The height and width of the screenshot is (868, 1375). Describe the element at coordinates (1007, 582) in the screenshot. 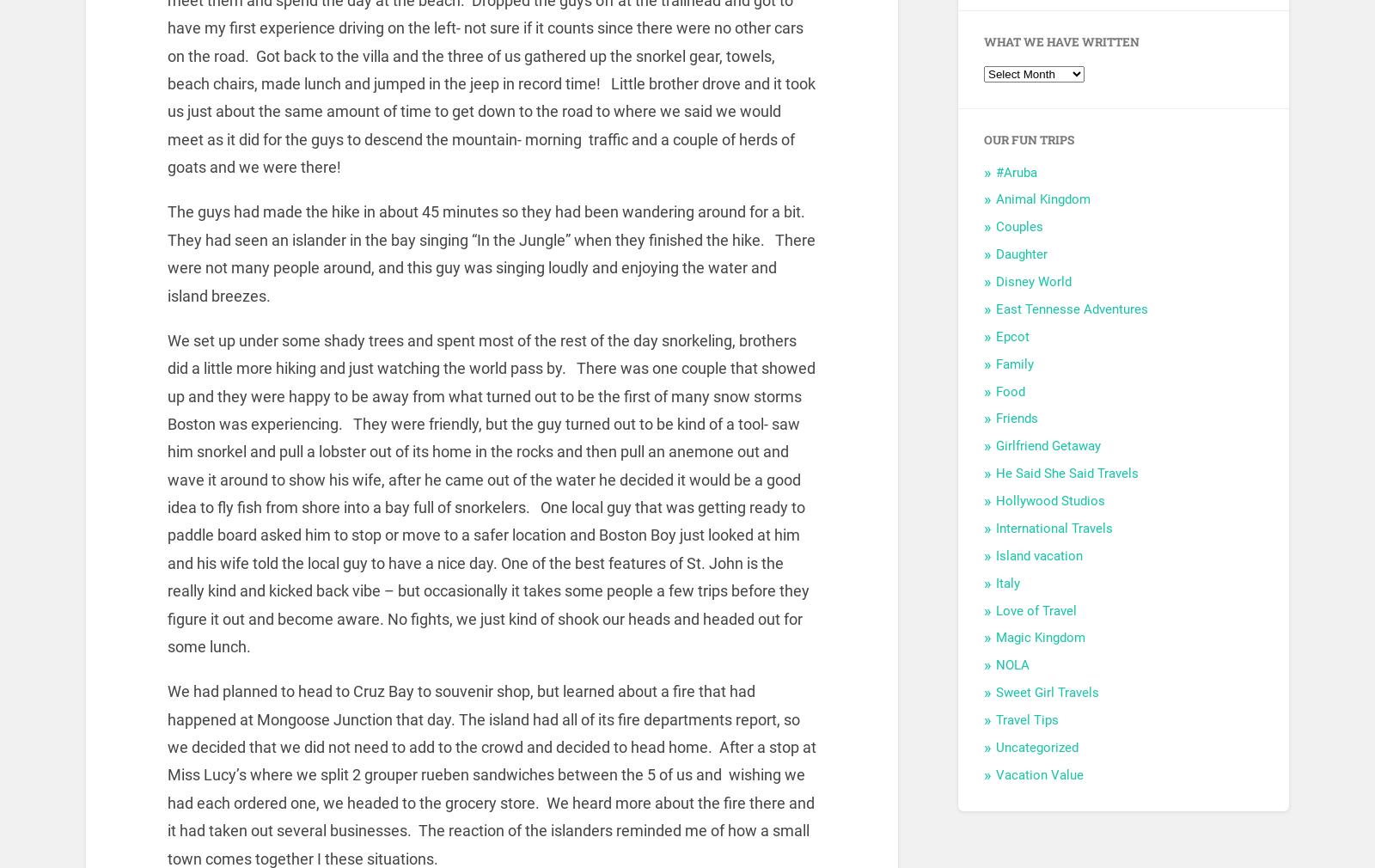

I see `'Italy'` at that location.